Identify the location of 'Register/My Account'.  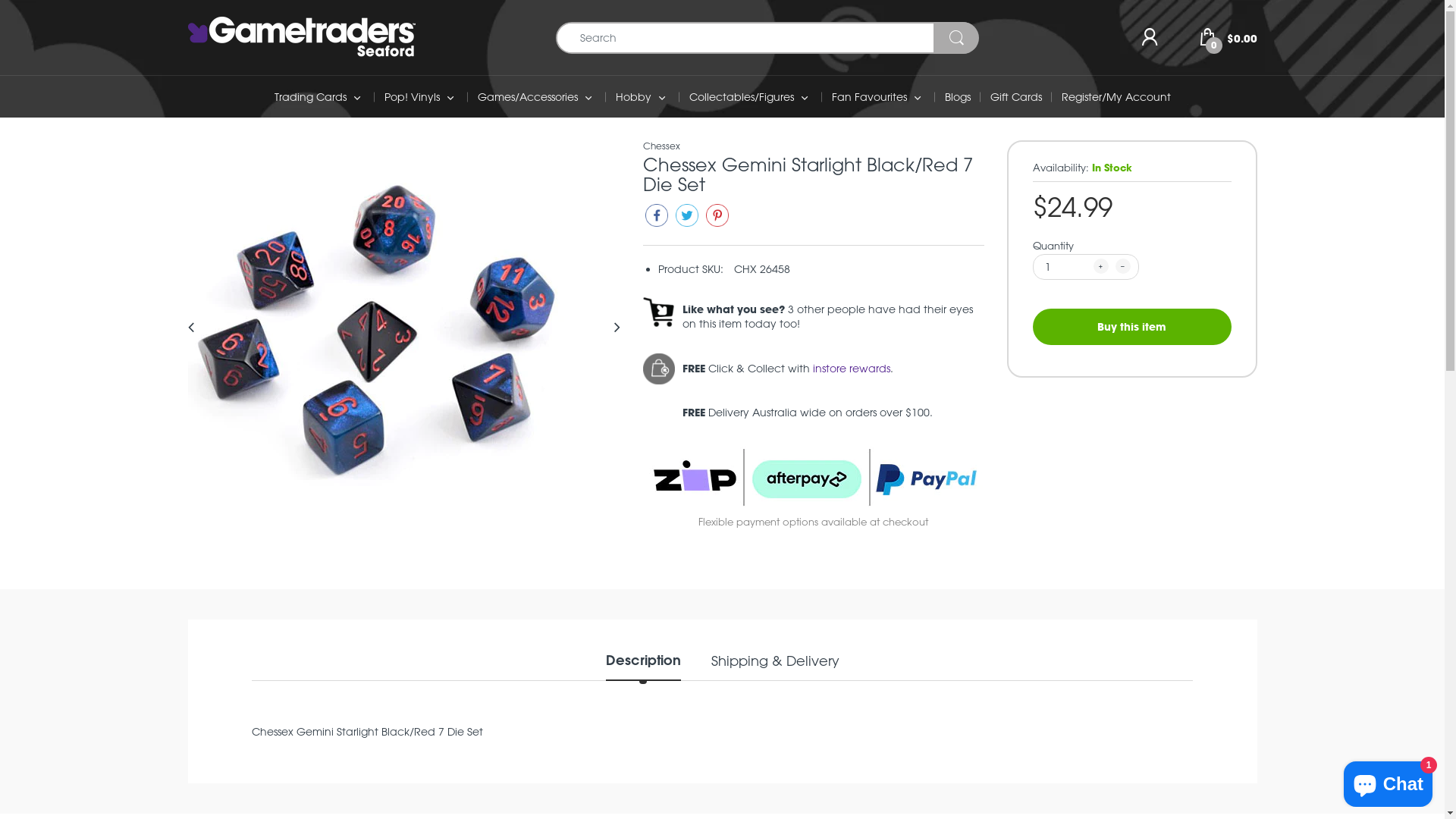
(1116, 96).